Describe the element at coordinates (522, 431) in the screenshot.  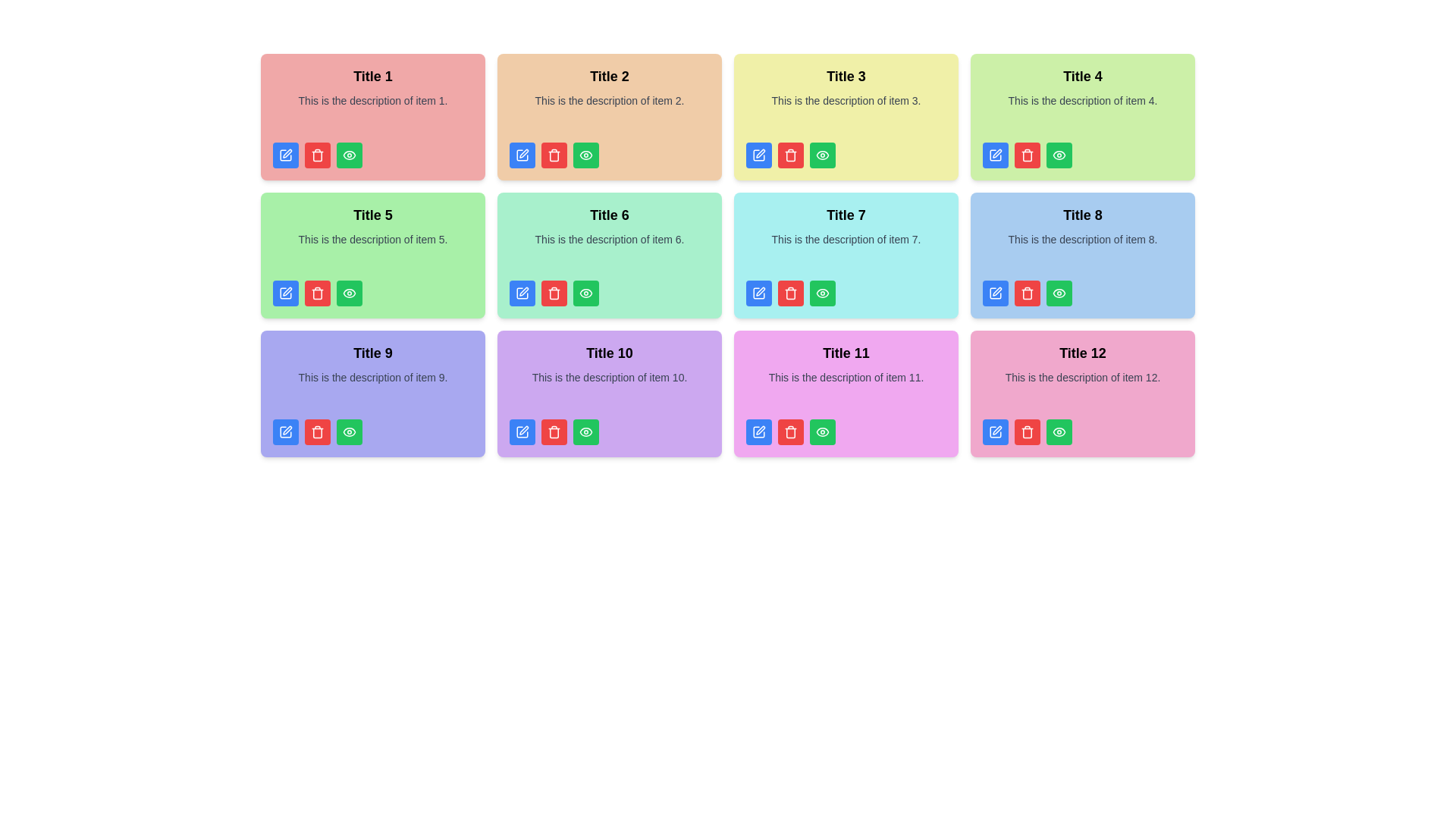
I see `the edit icon located within the blue button of the card labeled 'Title 10'` at that location.